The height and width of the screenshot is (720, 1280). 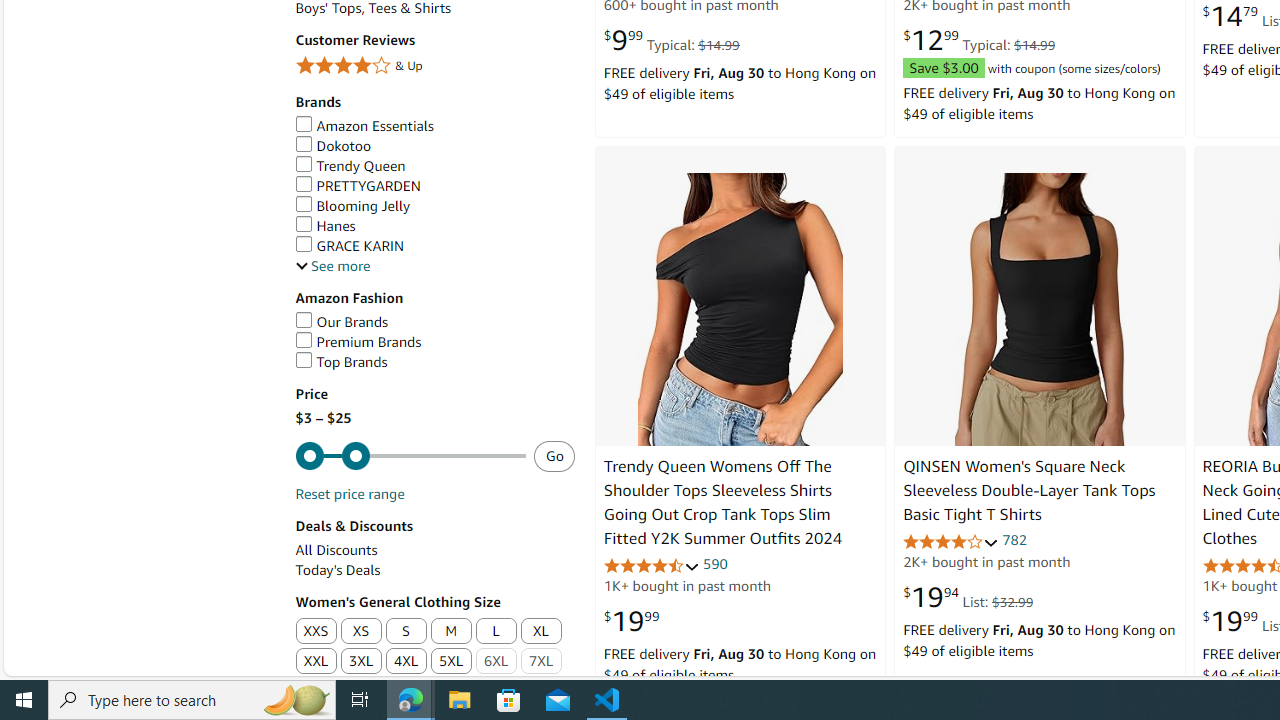 I want to click on 'Today', so click(x=433, y=570).